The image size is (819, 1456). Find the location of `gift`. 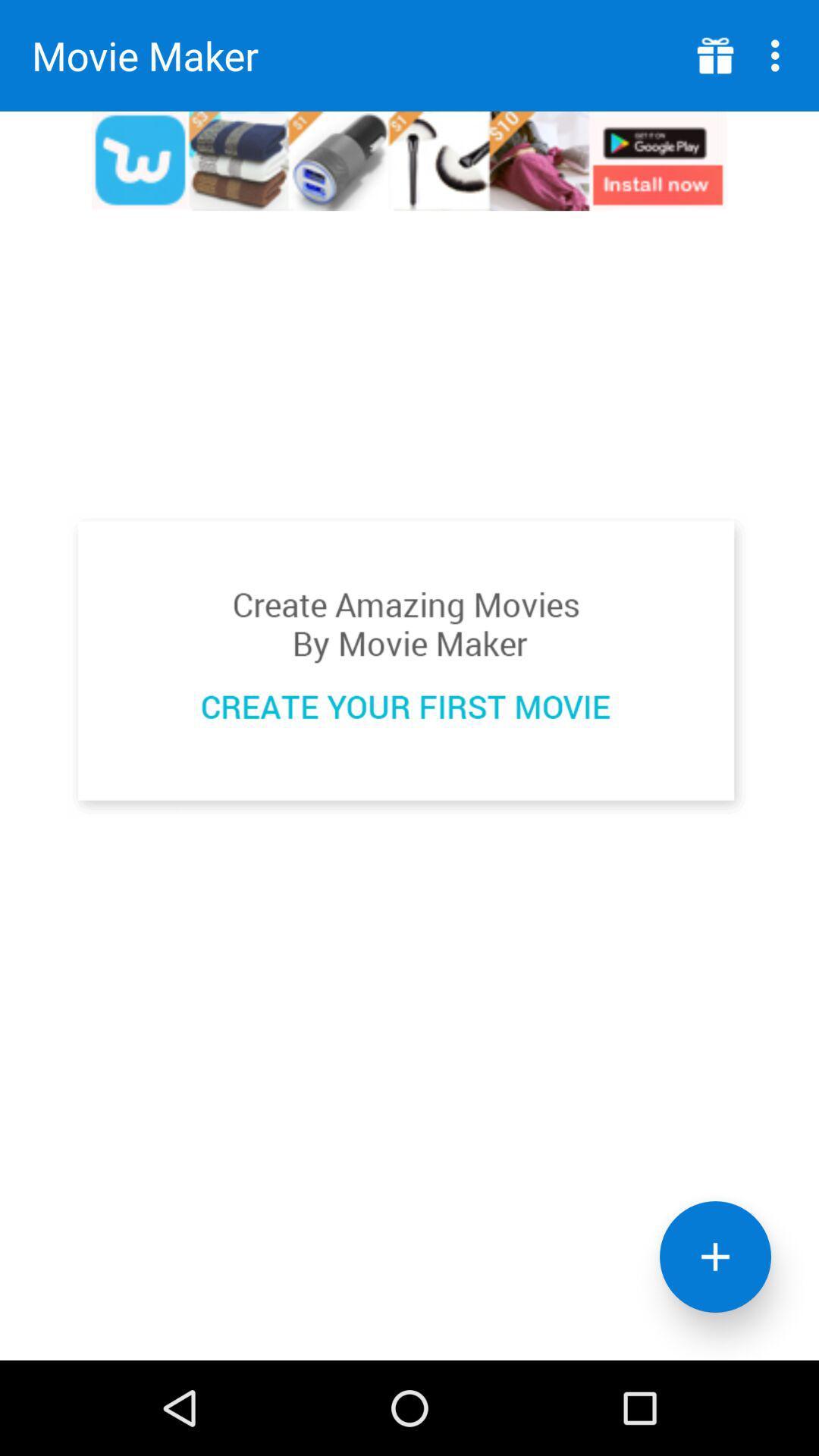

gift is located at coordinates (715, 55).